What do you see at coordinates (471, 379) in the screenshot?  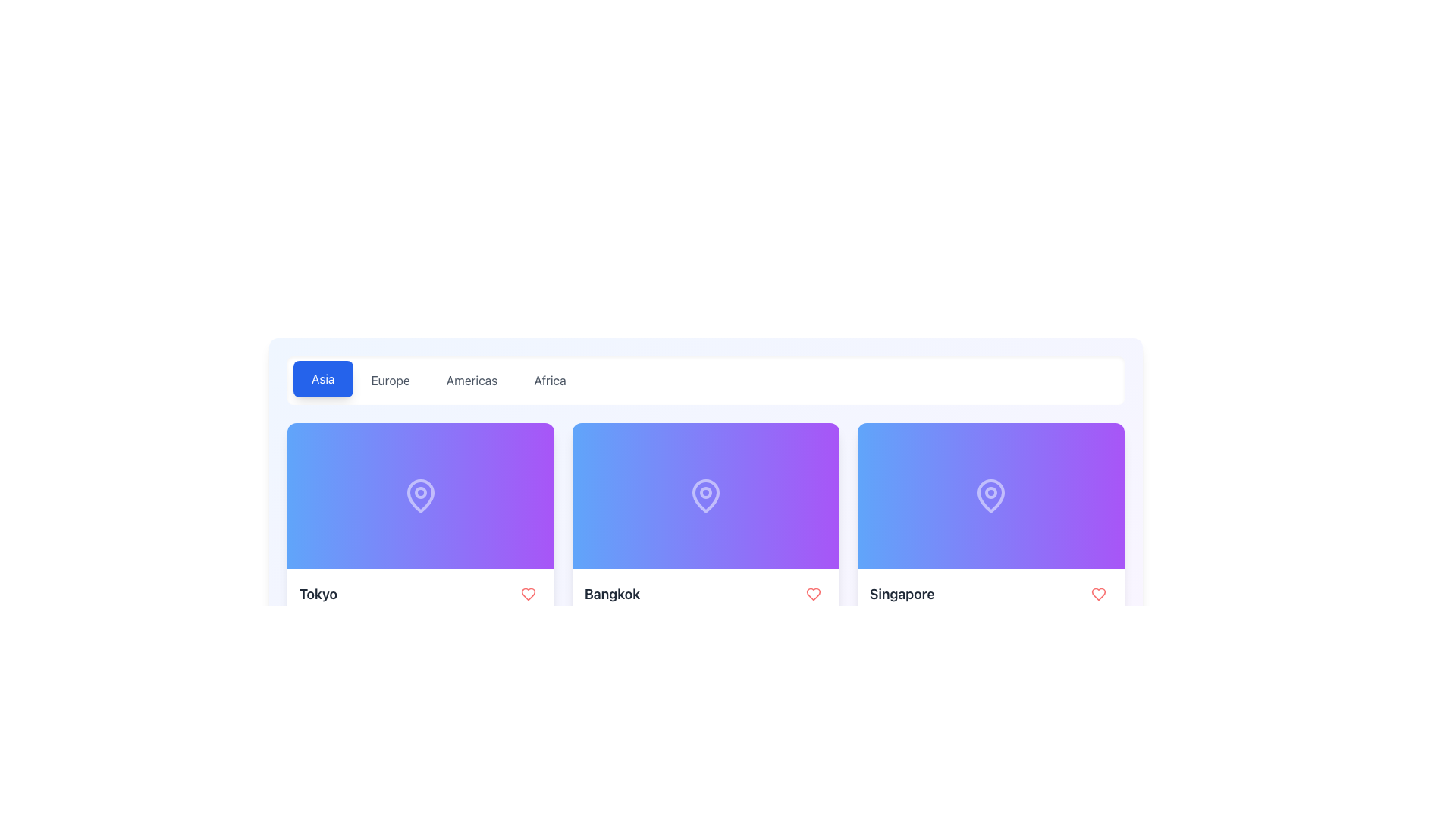 I see `the 'Americas' tab button to trigger the background color change effect` at bounding box center [471, 379].